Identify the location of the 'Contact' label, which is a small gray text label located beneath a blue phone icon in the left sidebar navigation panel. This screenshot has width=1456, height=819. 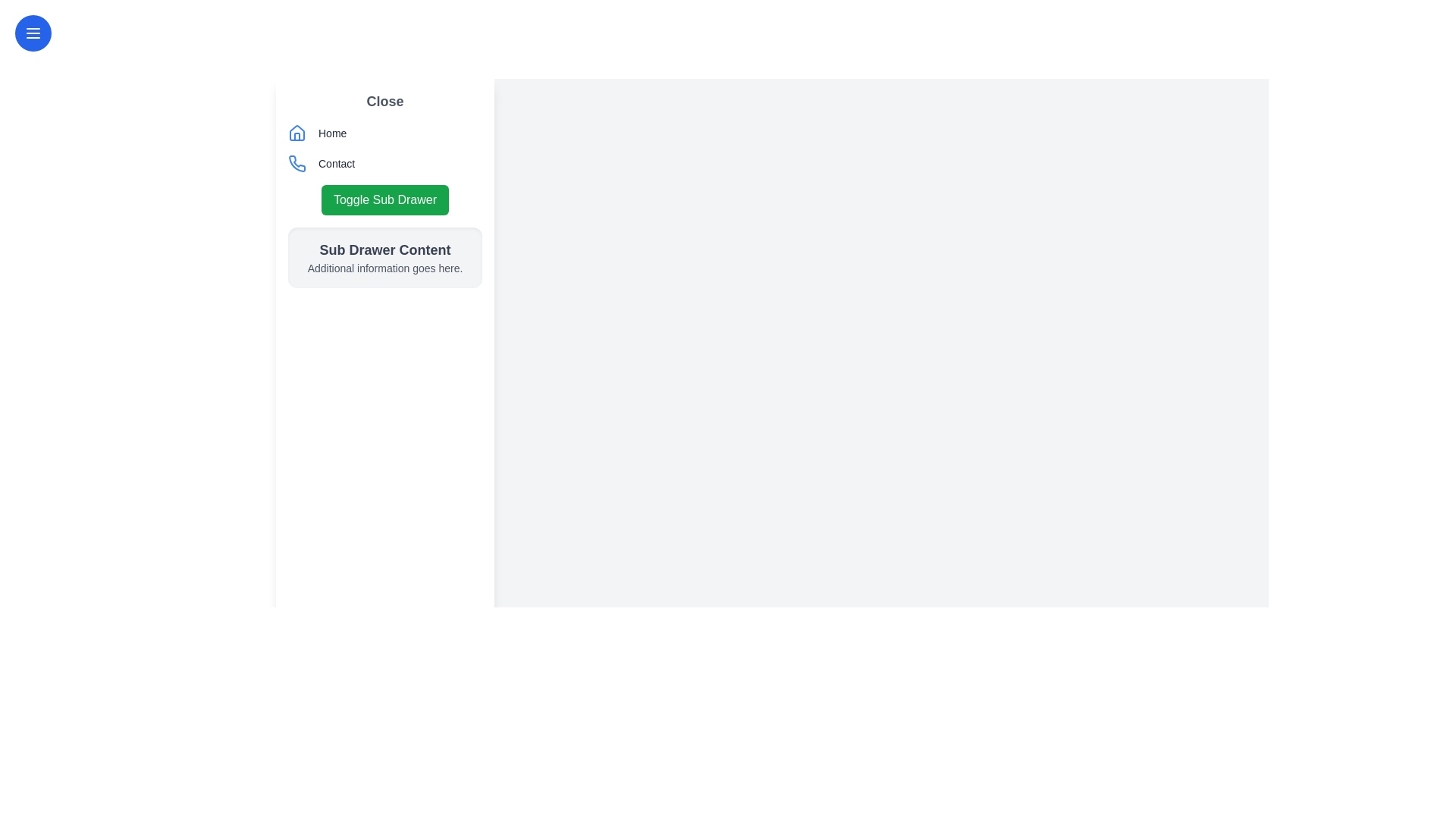
(336, 164).